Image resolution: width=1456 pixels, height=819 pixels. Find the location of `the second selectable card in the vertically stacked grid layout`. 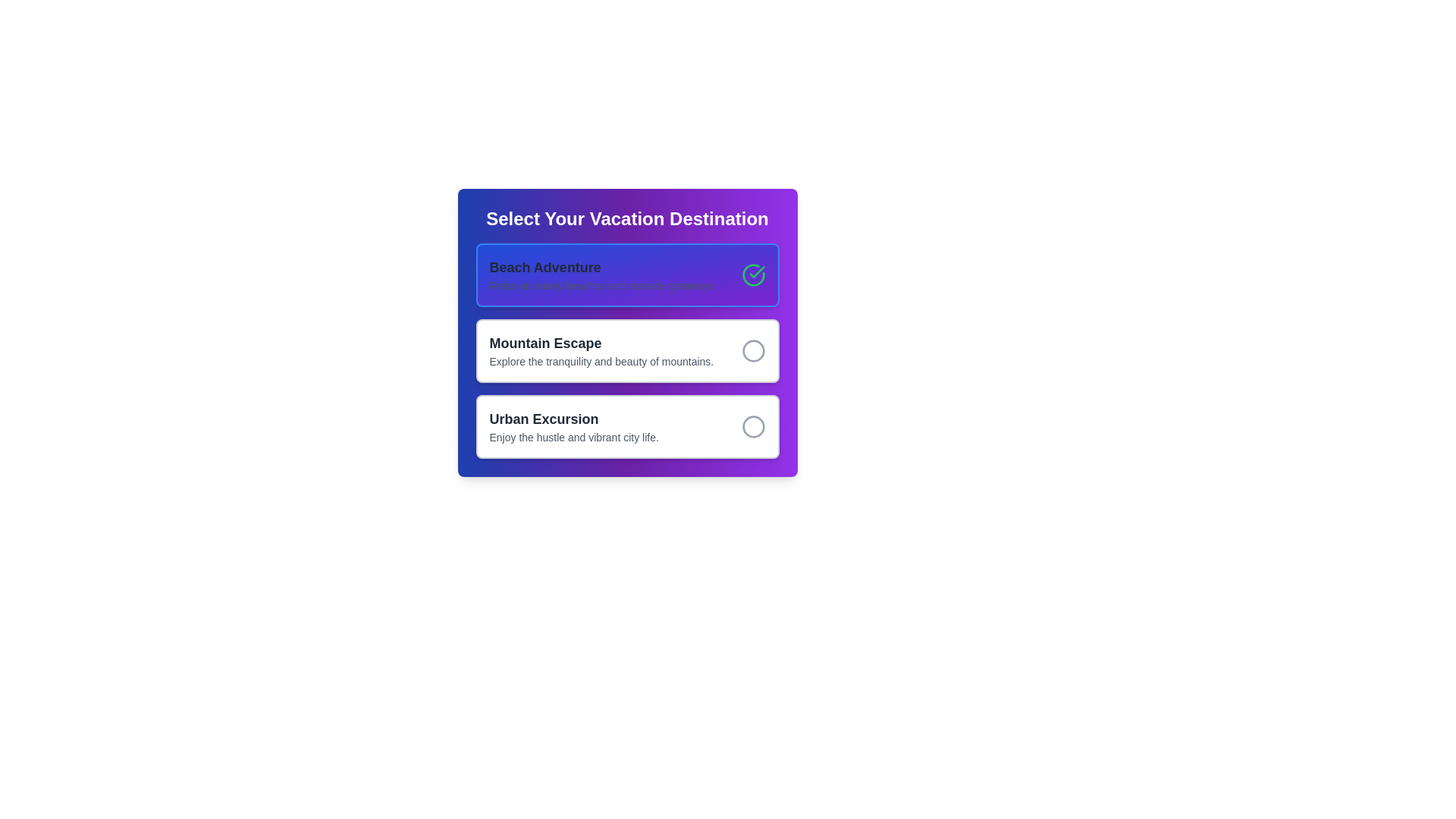

the second selectable card in the vertically stacked grid layout is located at coordinates (627, 350).